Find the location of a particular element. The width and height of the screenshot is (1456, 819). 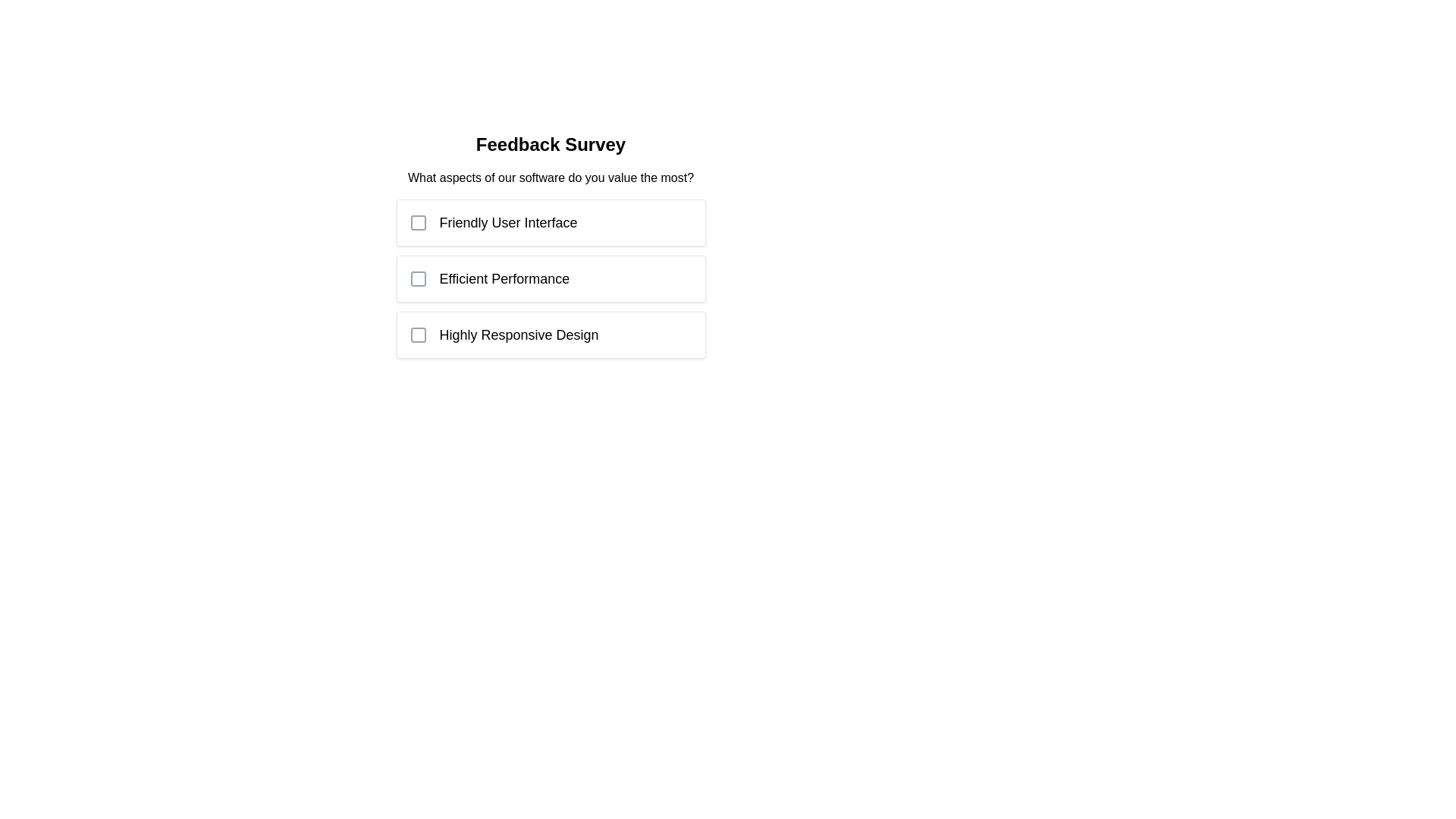

the text label that describes the third selectable option in the survey, which follows 'Friendly User Interface' and 'Efficient Performance' is located at coordinates (519, 334).